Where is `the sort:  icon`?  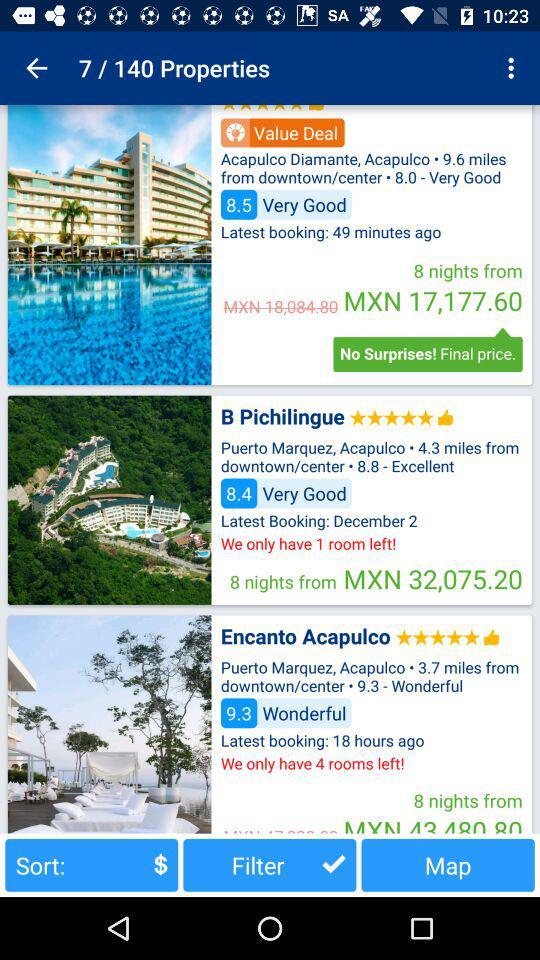 the sort:  icon is located at coordinates (90, 864).